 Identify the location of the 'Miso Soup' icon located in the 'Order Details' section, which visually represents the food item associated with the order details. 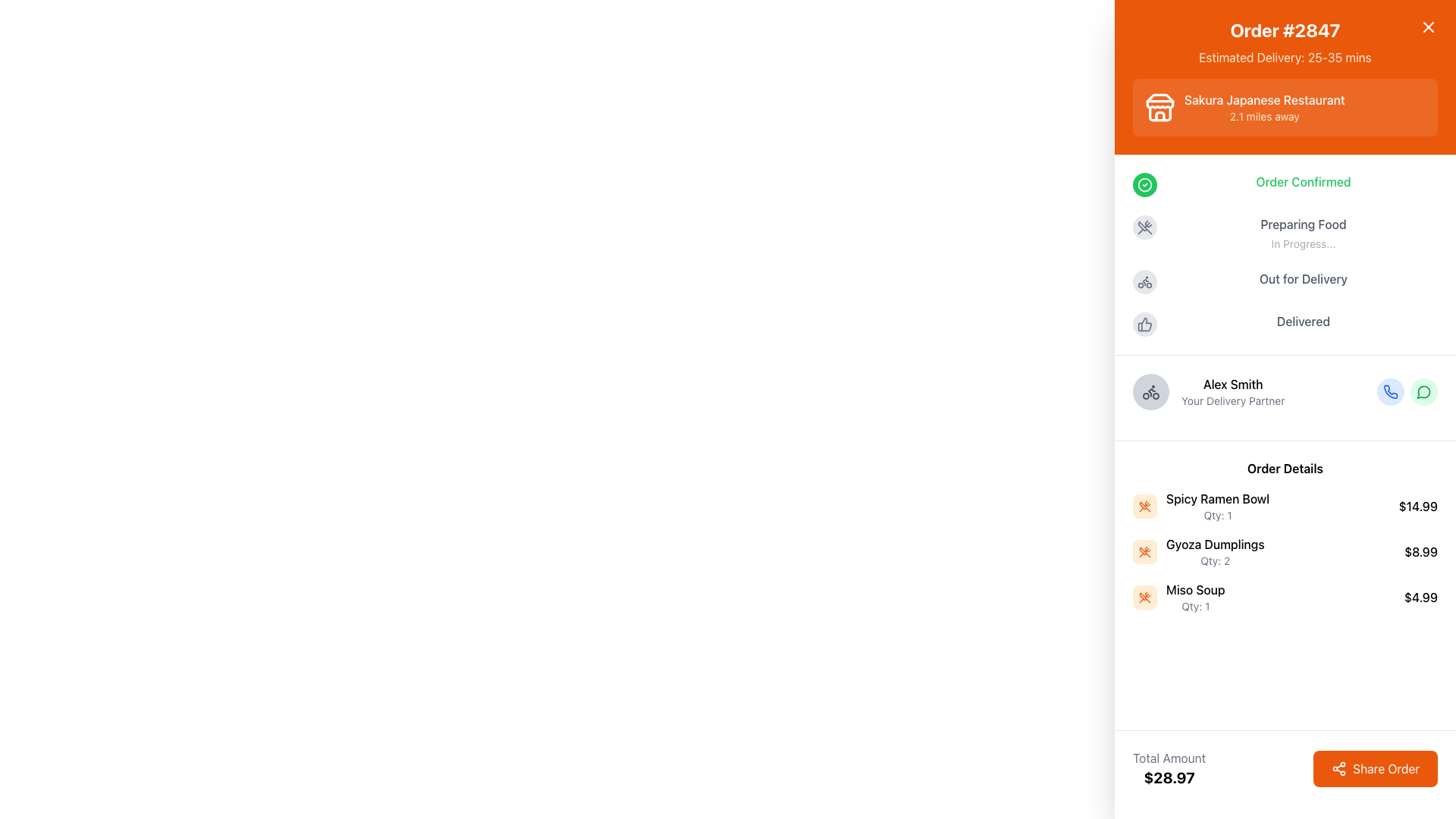
(1145, 596).